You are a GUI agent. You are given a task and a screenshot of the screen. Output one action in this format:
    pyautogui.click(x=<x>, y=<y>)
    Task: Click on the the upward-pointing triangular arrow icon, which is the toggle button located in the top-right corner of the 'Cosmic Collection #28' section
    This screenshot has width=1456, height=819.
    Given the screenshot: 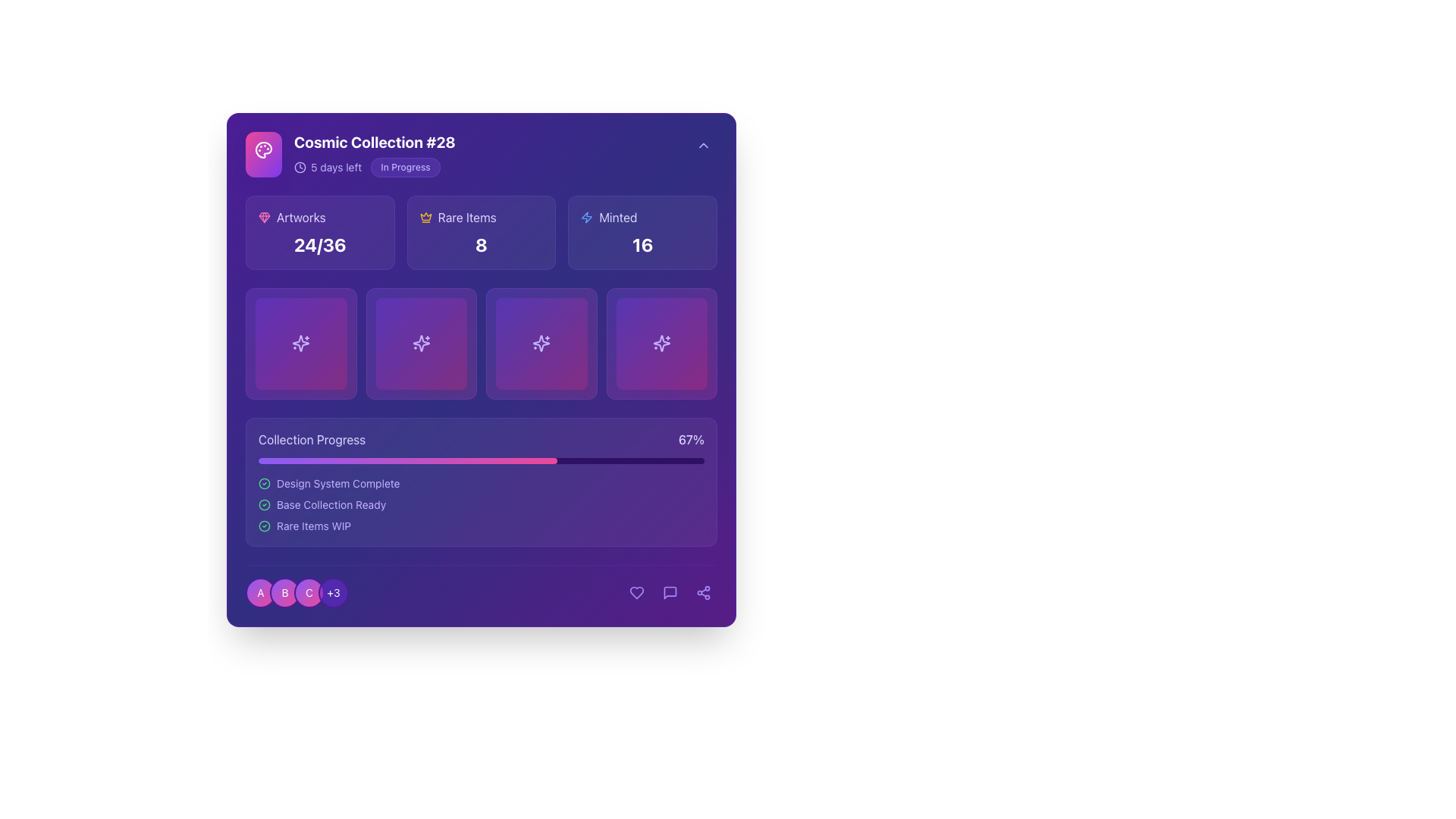 What is the action you would take?
    pyautogui.click(x=702, y=146)
    